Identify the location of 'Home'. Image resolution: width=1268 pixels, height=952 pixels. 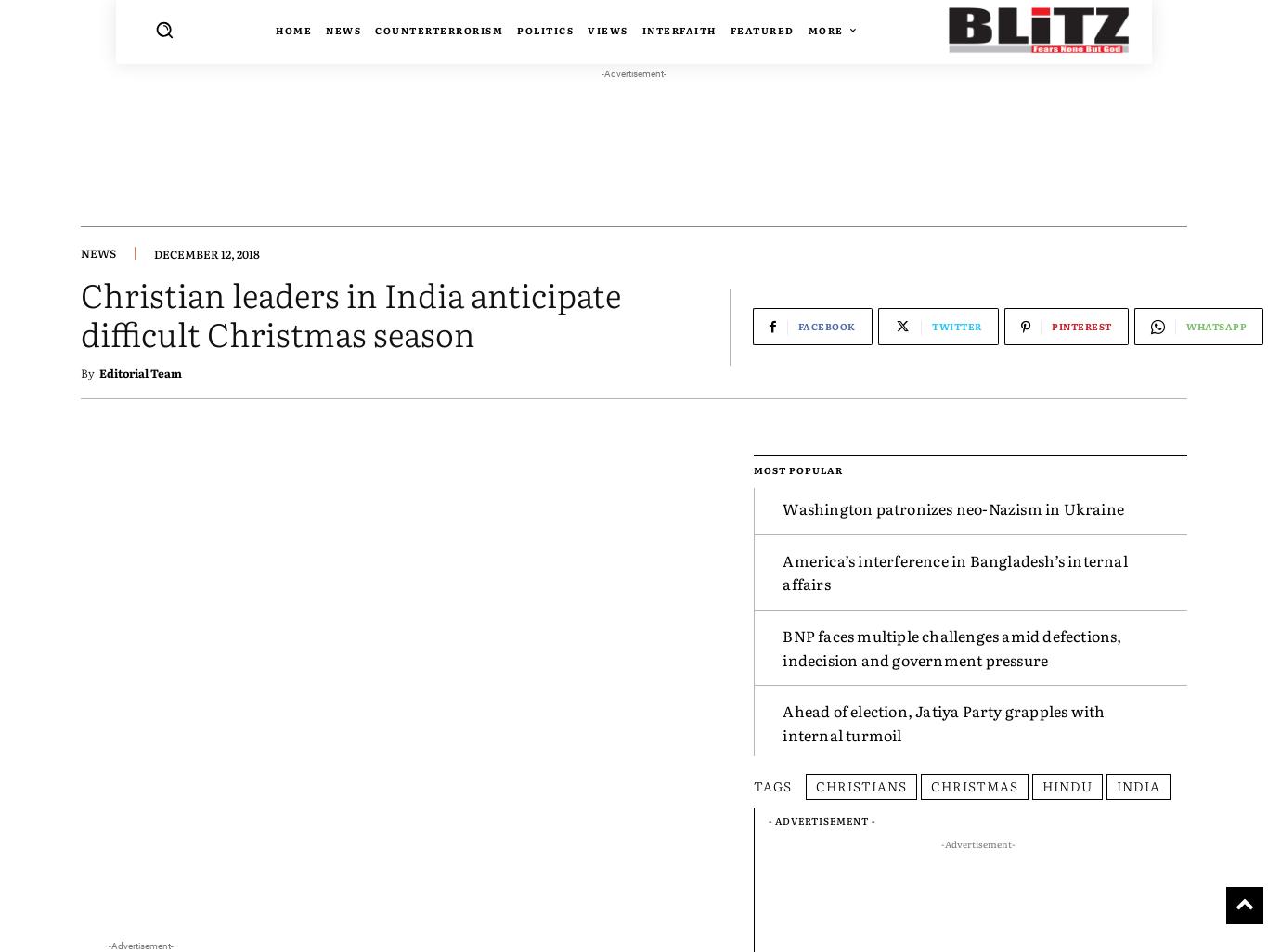
(293, 30).